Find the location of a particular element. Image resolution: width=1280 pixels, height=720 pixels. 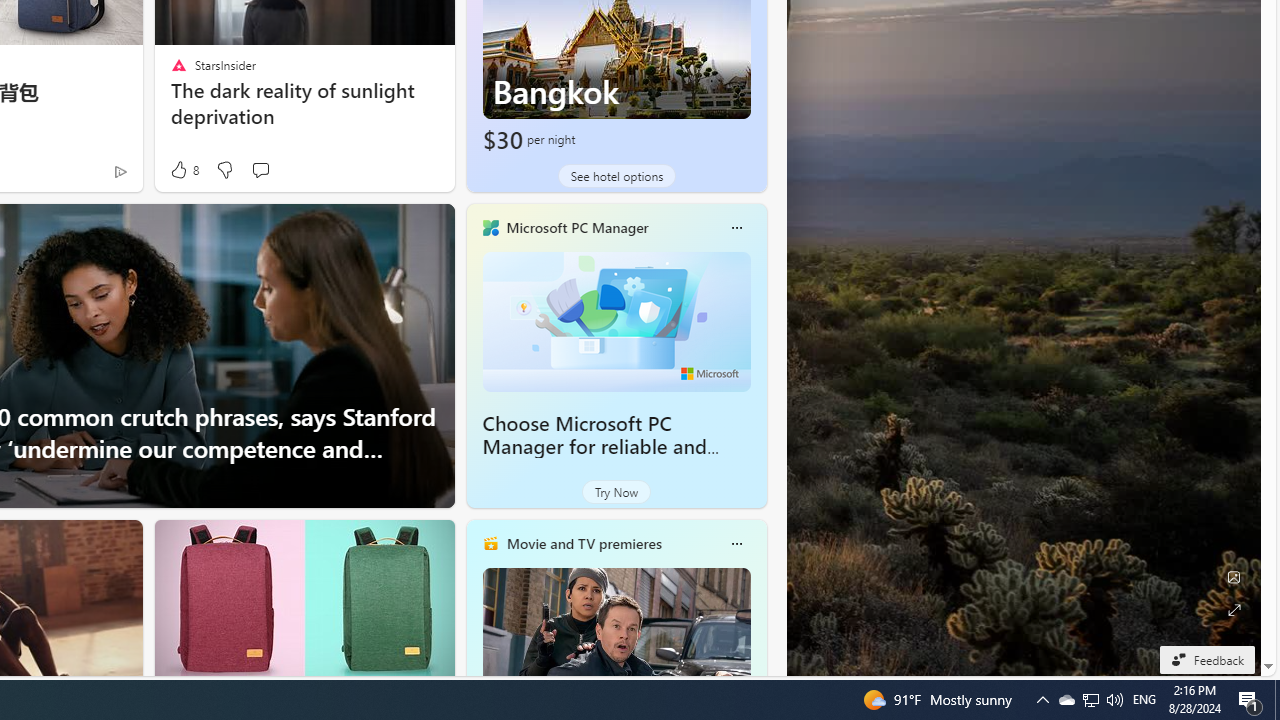

'See hotel options' is located at coordinates (615, 175).